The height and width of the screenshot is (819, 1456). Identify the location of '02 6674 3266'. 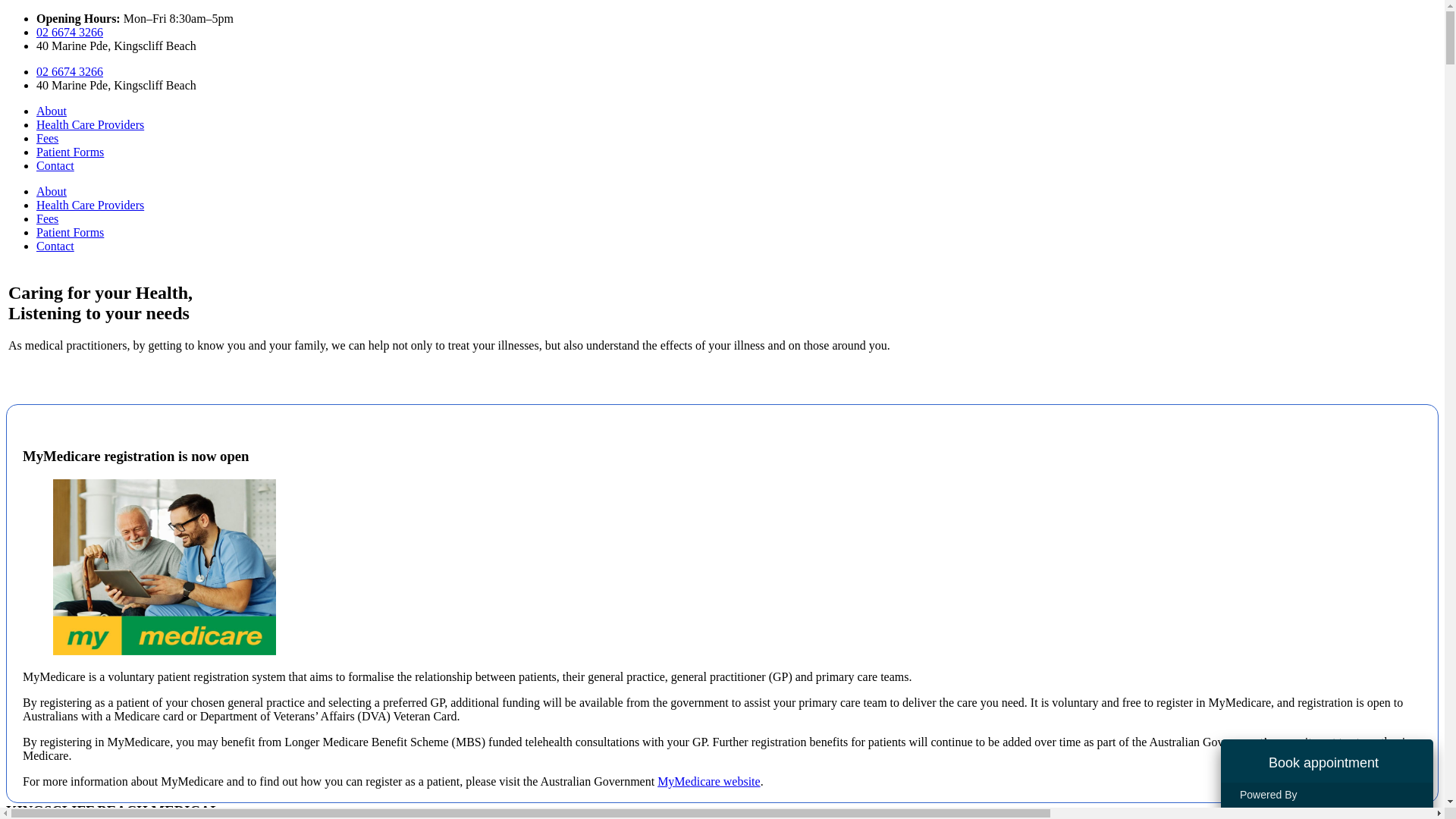
(68, 71).